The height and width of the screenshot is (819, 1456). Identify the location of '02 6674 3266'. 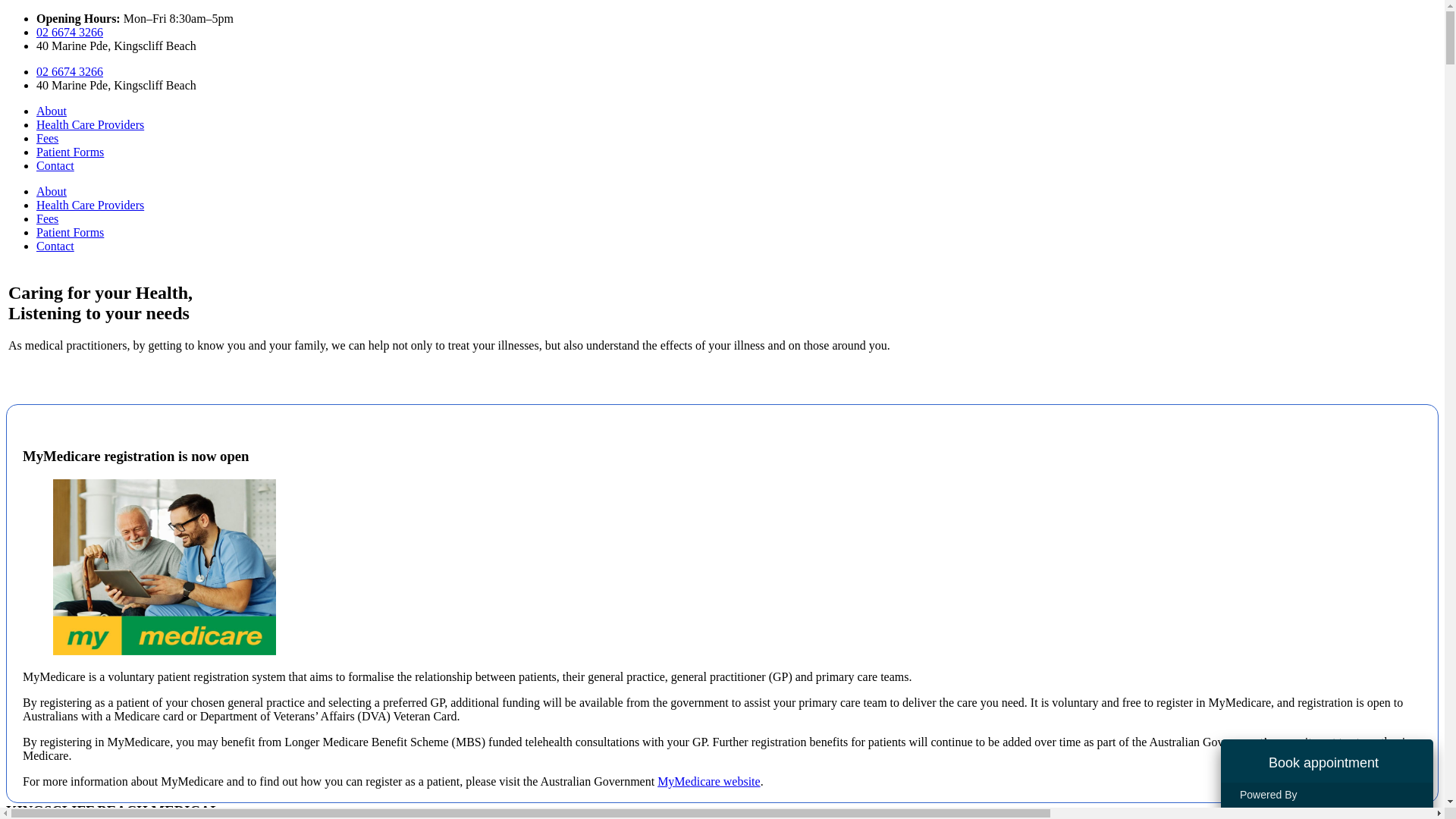
(68, 71).